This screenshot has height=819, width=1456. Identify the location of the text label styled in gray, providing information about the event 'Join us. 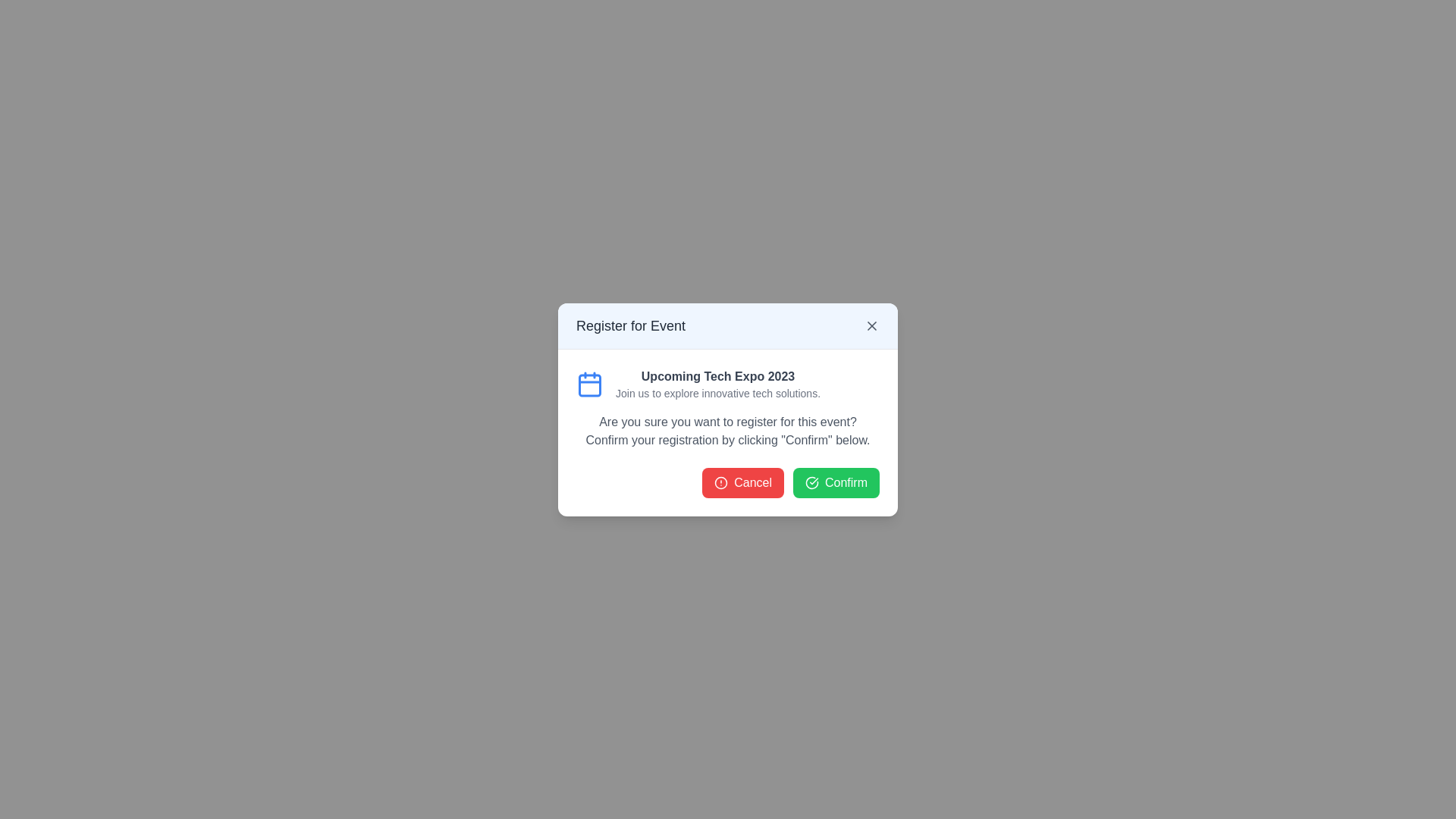
(717, 392).